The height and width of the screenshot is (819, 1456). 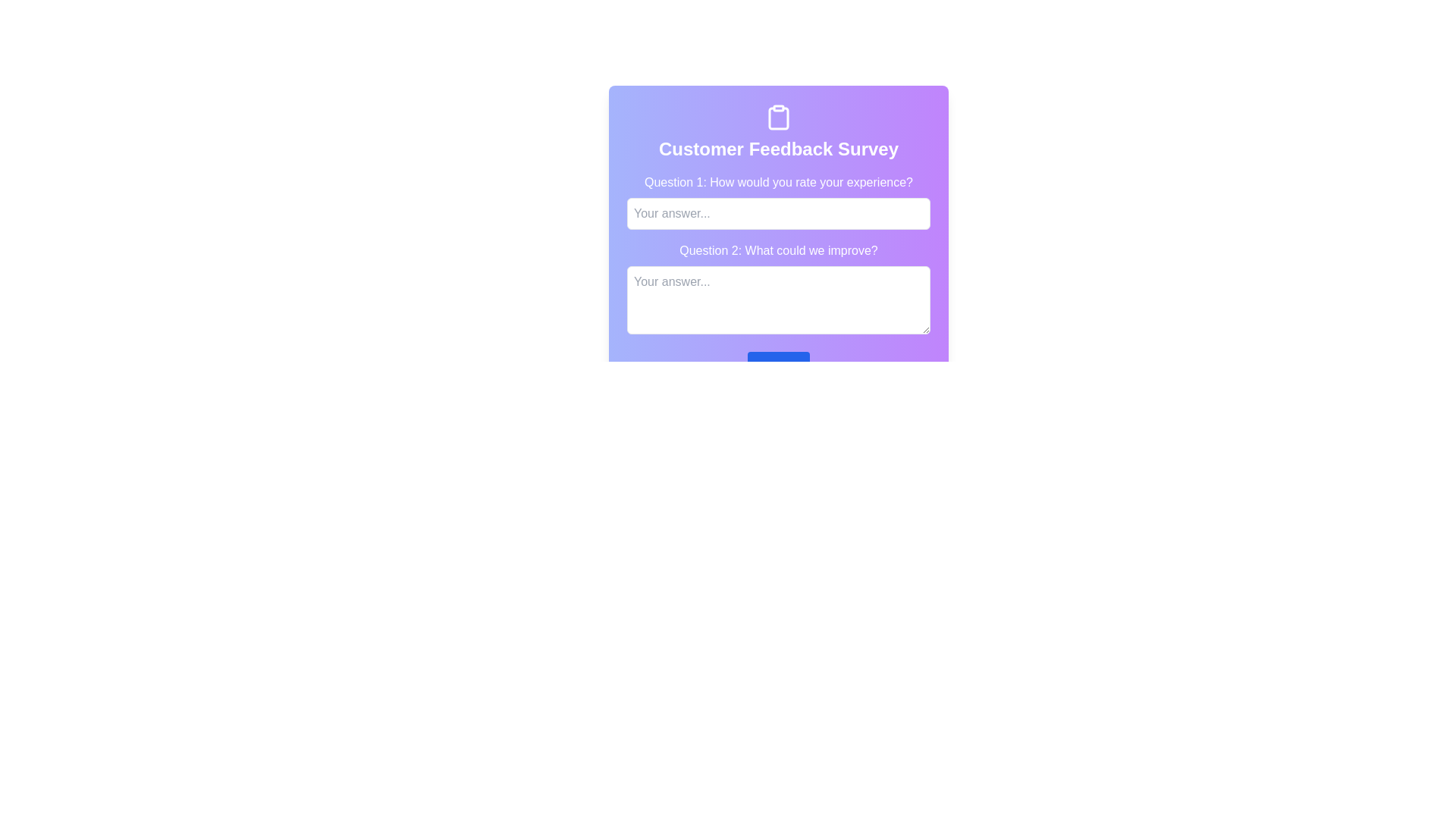 What do you see at coordinates (779, 181) in the screenshot?
I see `the textual element displaying 'Question 1: How would you rate your experience?' which is styled with a white font color and positioned at the top of the survey form` at bounding box center [779, 181].